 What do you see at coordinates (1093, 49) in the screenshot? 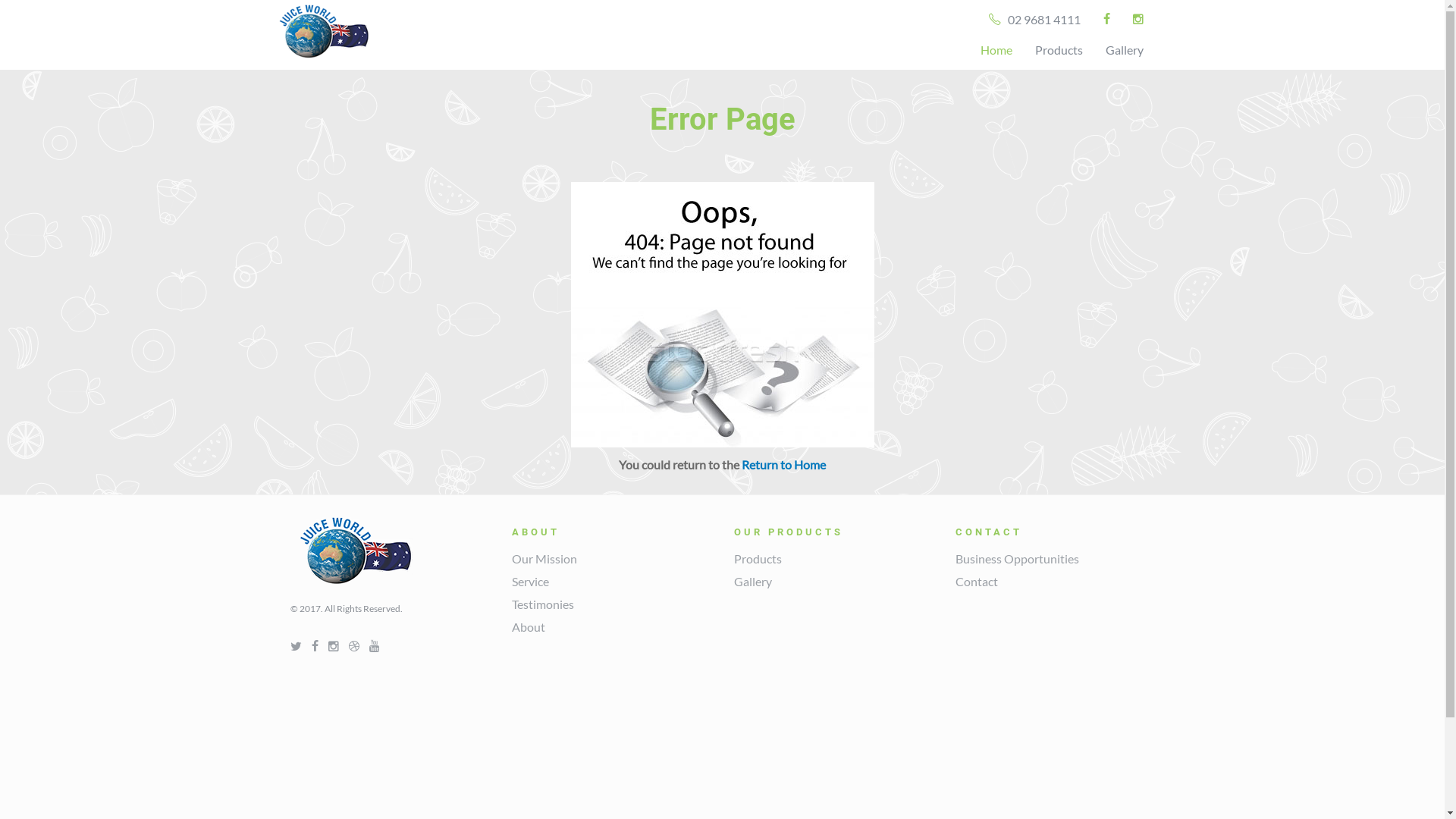
I see `'Gallery'` at bounding box center [1093, 49].